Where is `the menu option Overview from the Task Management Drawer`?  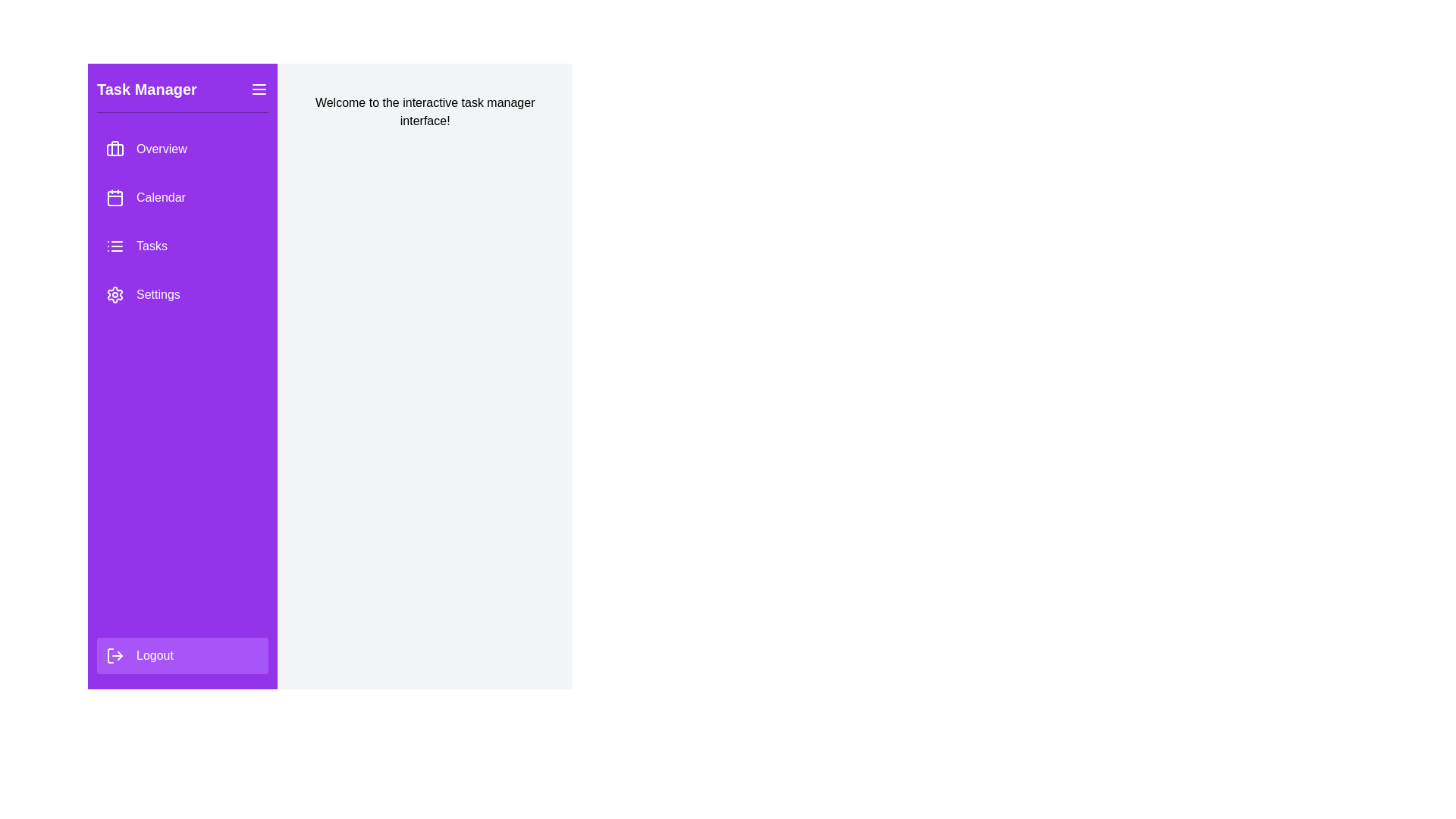 the menu option Overview from the Task Management Drawer is located at coordinates (182, 149).